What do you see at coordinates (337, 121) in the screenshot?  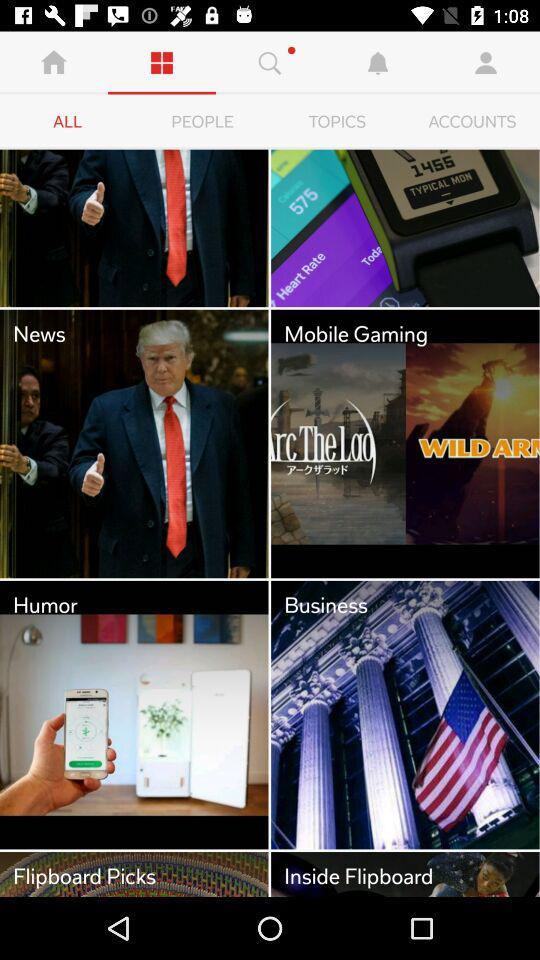 I see `item to the right of the people` at bounding box center [337, 121].